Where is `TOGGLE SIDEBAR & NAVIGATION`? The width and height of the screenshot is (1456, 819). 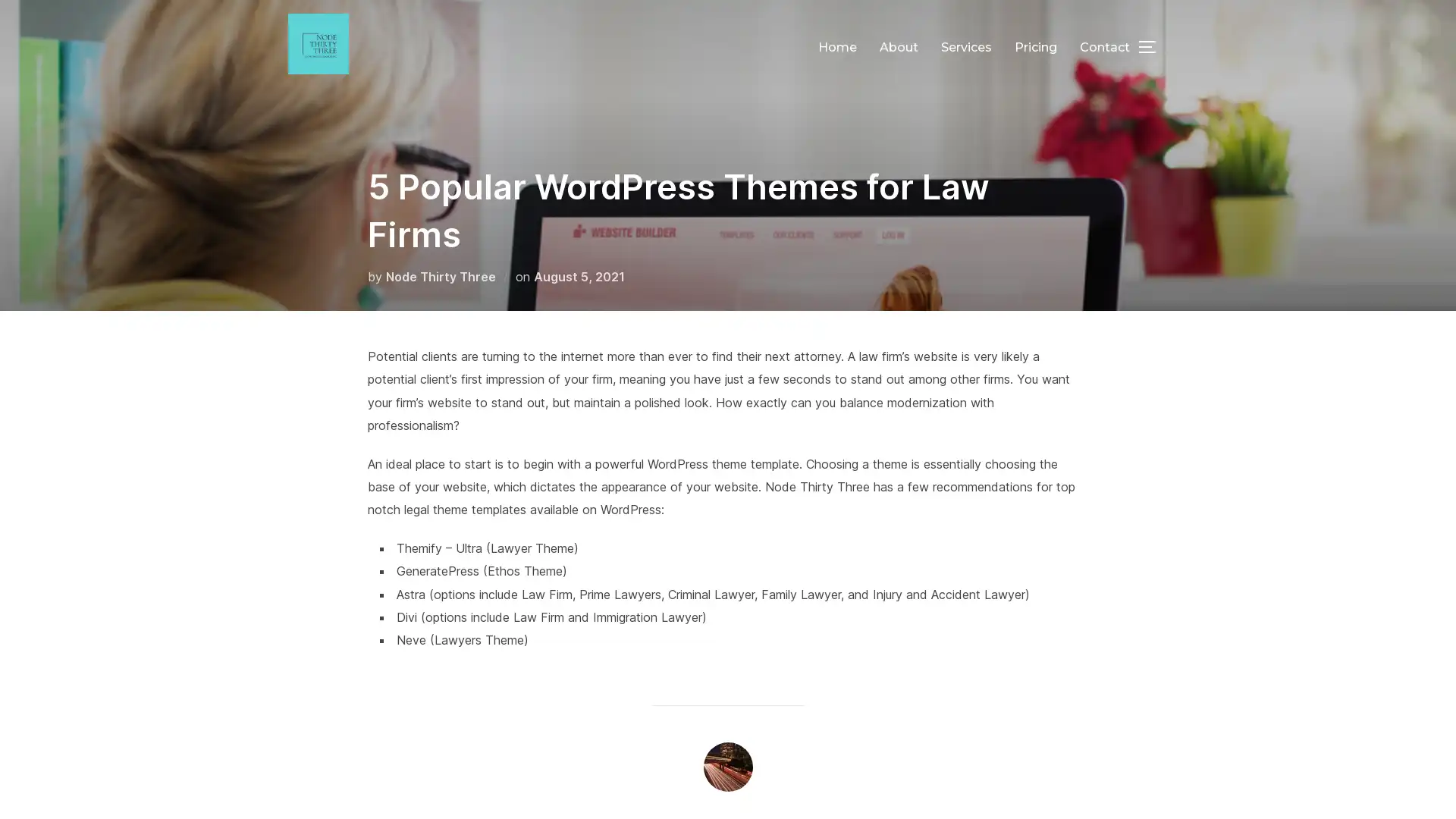 TOGGLE SIDEBAR & NAVIGATION is located at coordinates (1153, 45).